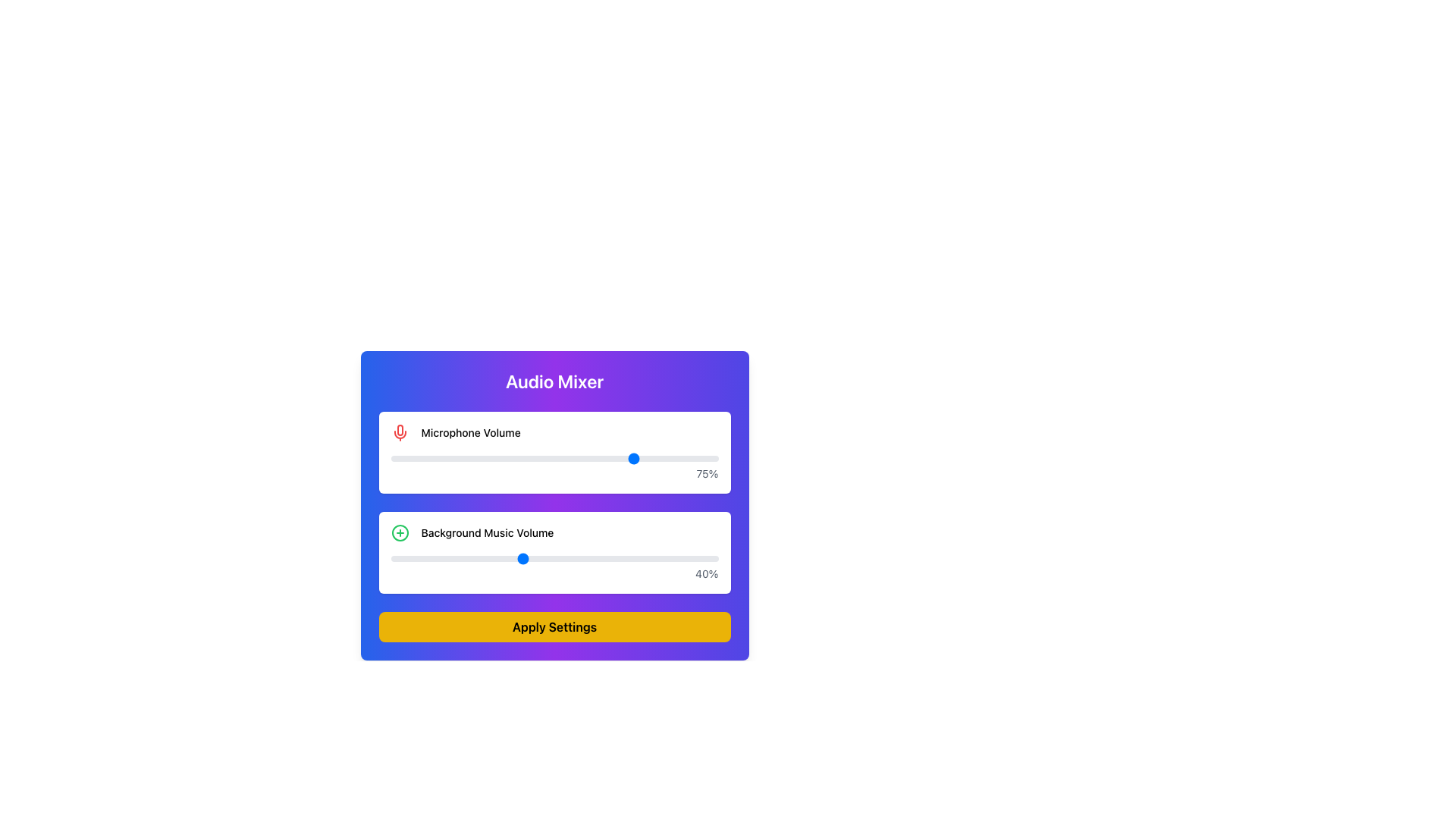  Describe the element at coordinates (400, 432) in the screenshot. I see `the red circular microphone icon located to the left of the 'Microphone Volume' text label` at that location.